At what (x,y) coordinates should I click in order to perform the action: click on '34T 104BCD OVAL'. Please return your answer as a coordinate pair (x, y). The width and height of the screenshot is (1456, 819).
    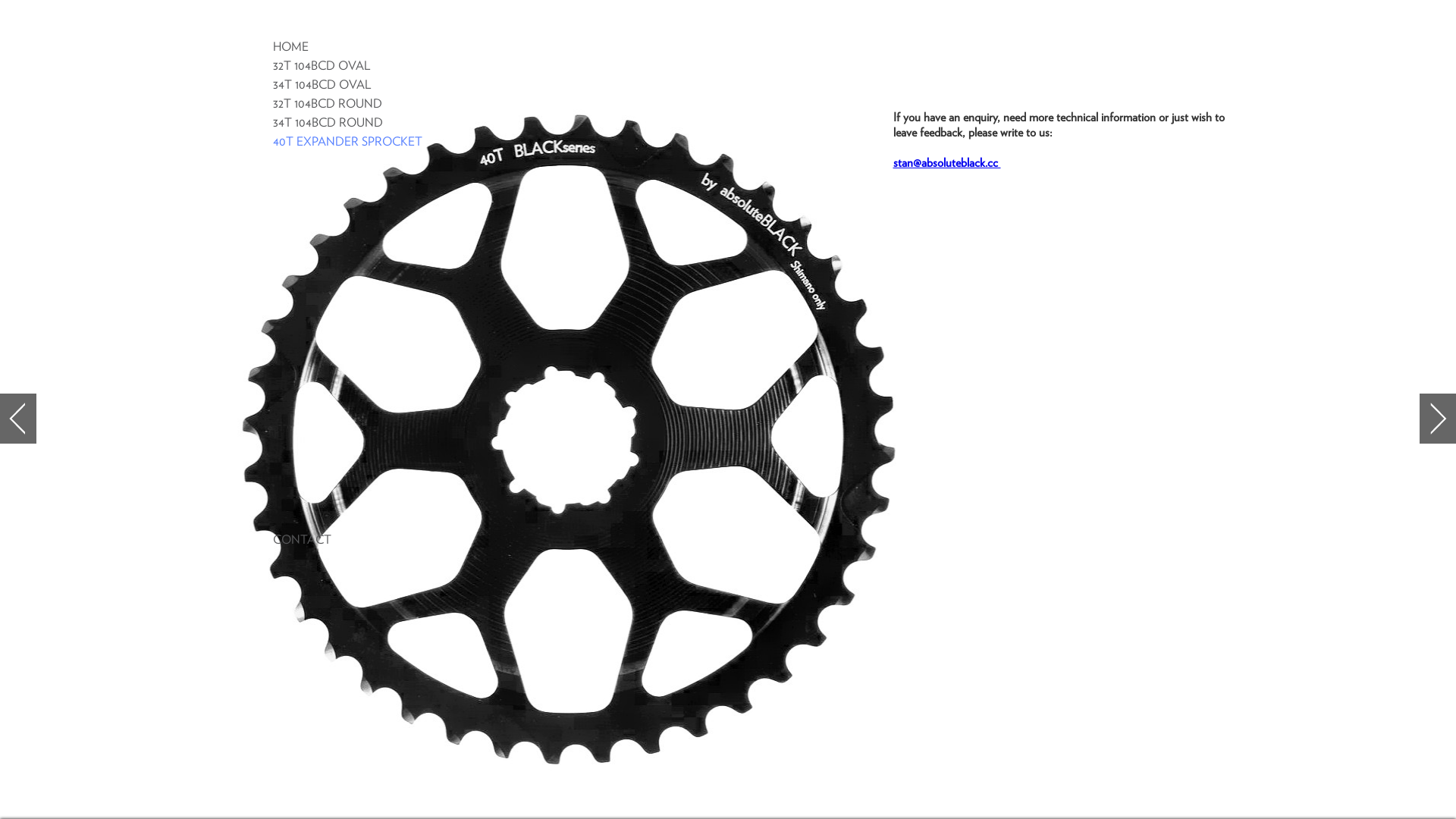
    Looking at the image, I should click on (321, 84).